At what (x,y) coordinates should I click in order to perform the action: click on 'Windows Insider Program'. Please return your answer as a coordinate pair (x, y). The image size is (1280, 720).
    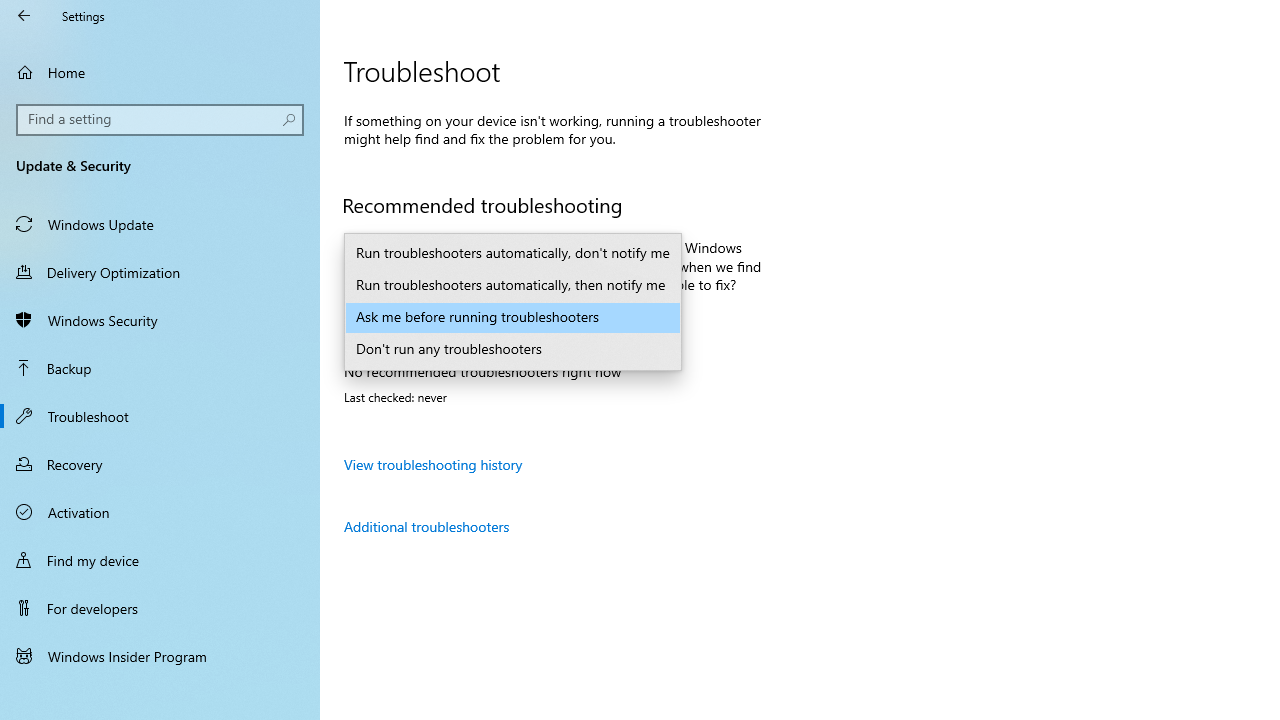
    Looking at the image, I should click on (160, 655).